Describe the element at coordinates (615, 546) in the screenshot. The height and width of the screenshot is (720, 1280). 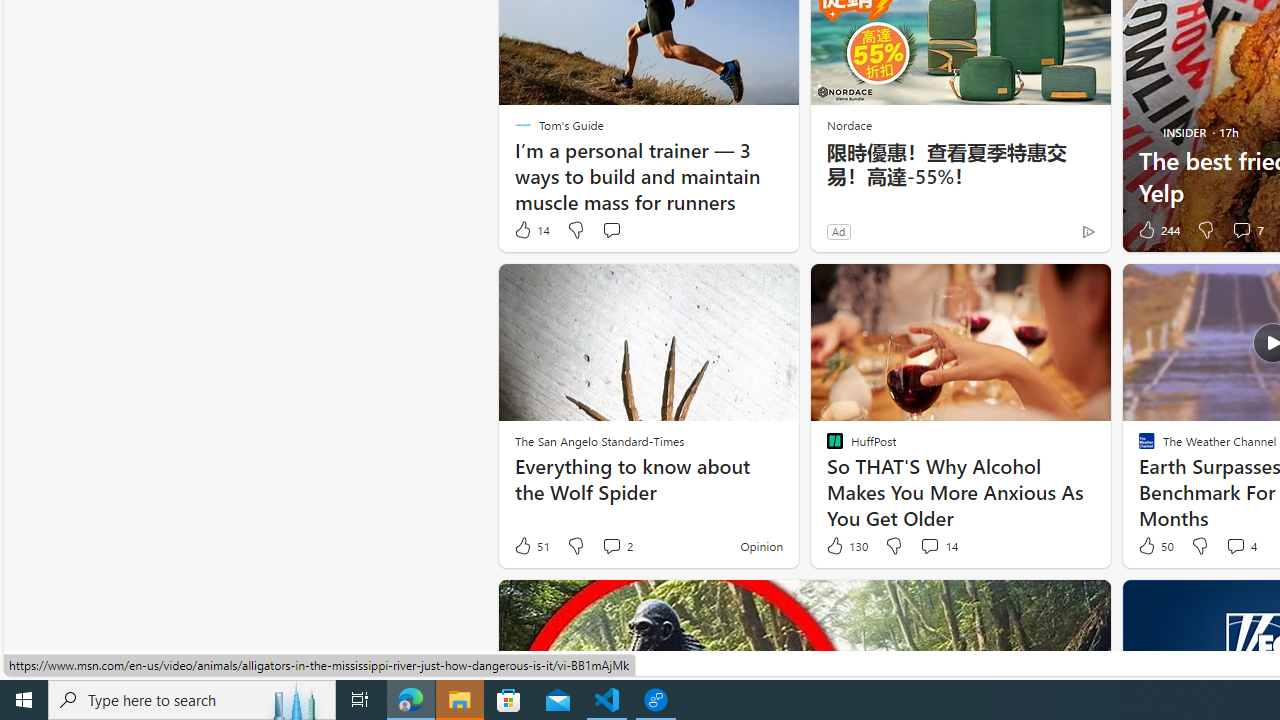
I see `'View comments 2 Comment'` at that location.